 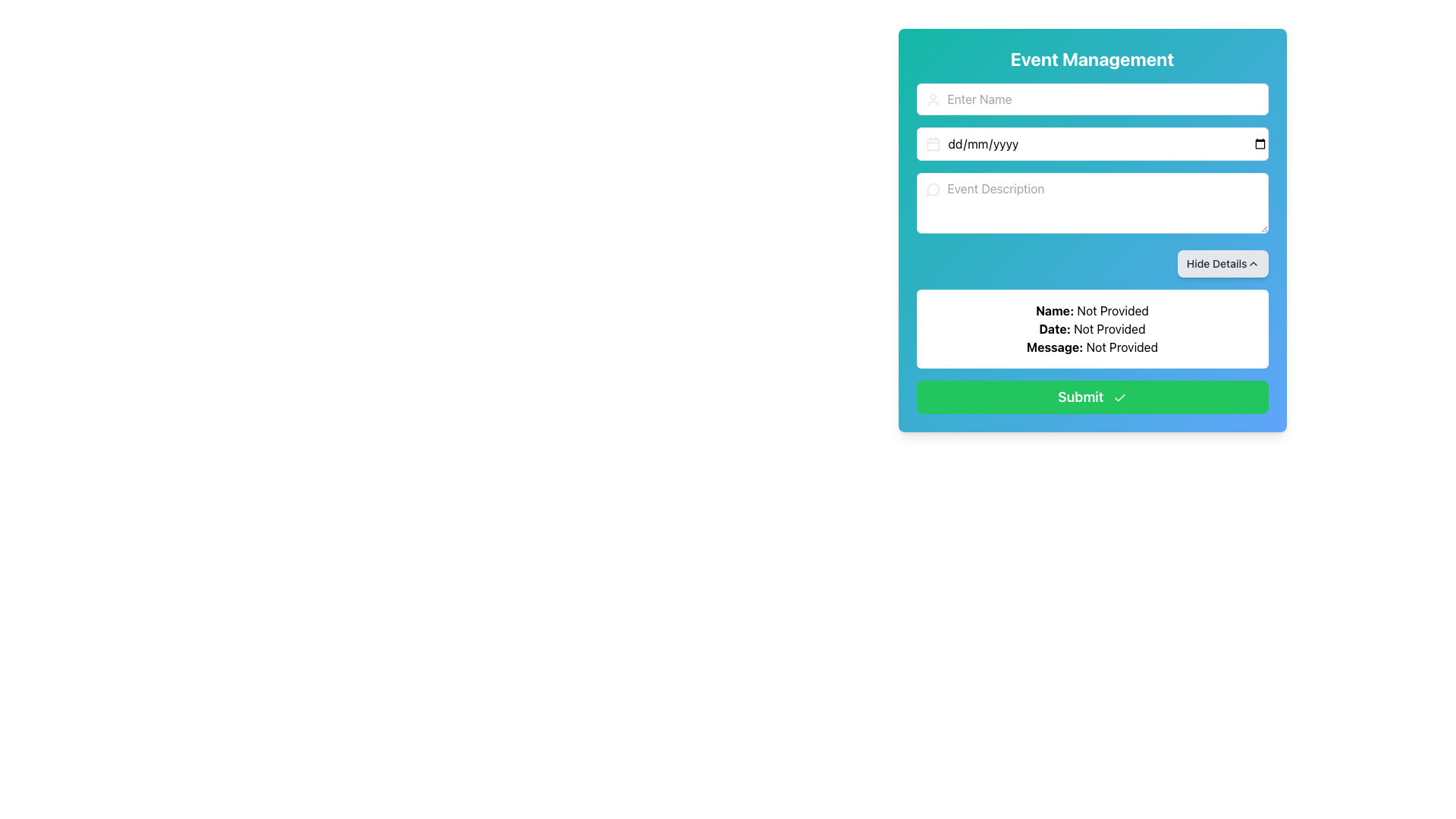 I want to click on the static text label displaying 'Message:' which is styled in bold black font and located in the bottom section of the form above the 'Submit' button, so click(x=1054, y=347).